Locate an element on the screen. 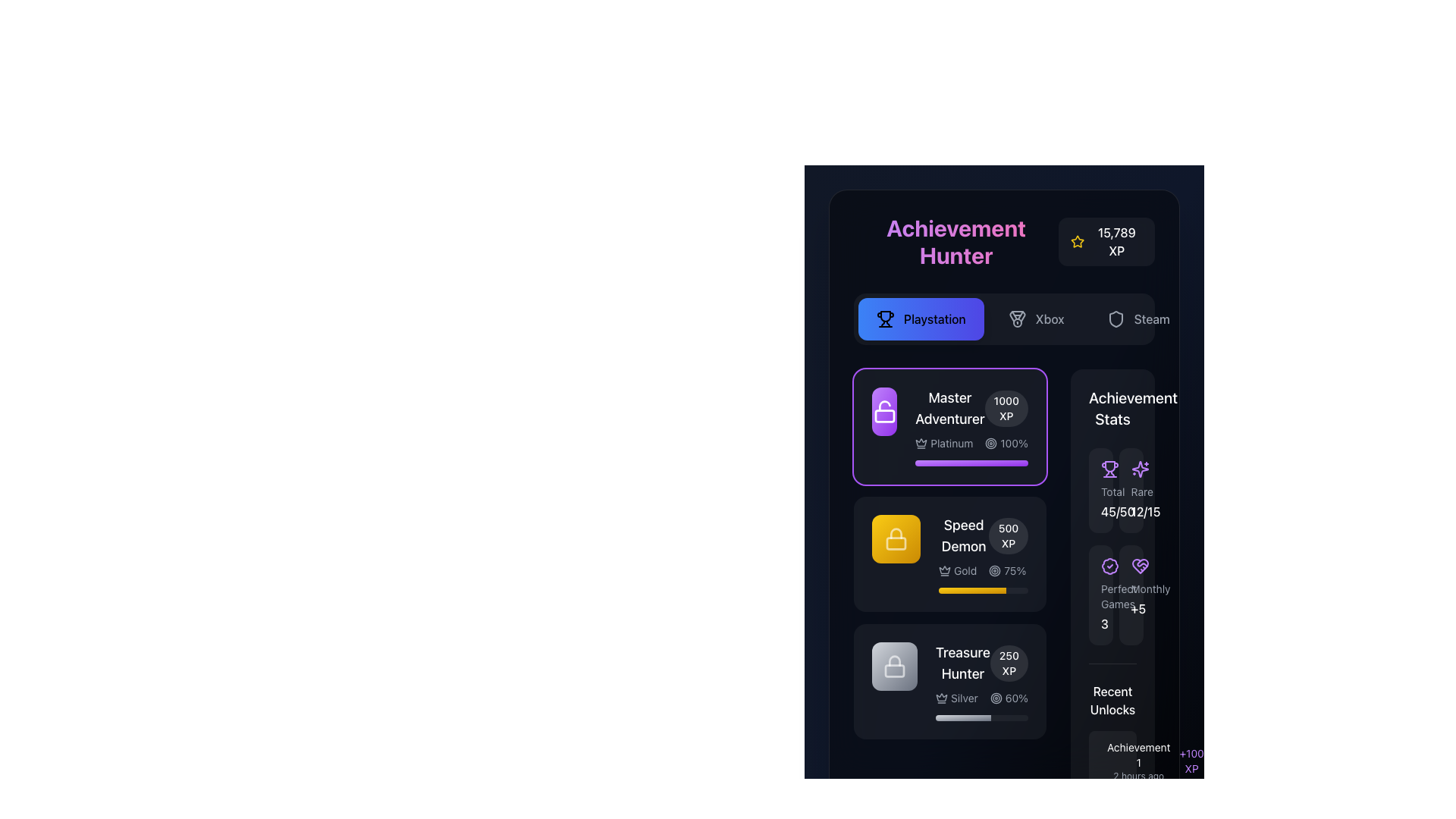 This screenshot has width=1456, height=819. the outer SVG Circle representing the target symbol, located near the 'Achievement Stats' section on the right side of the interface is located at coordinates (991, 444).